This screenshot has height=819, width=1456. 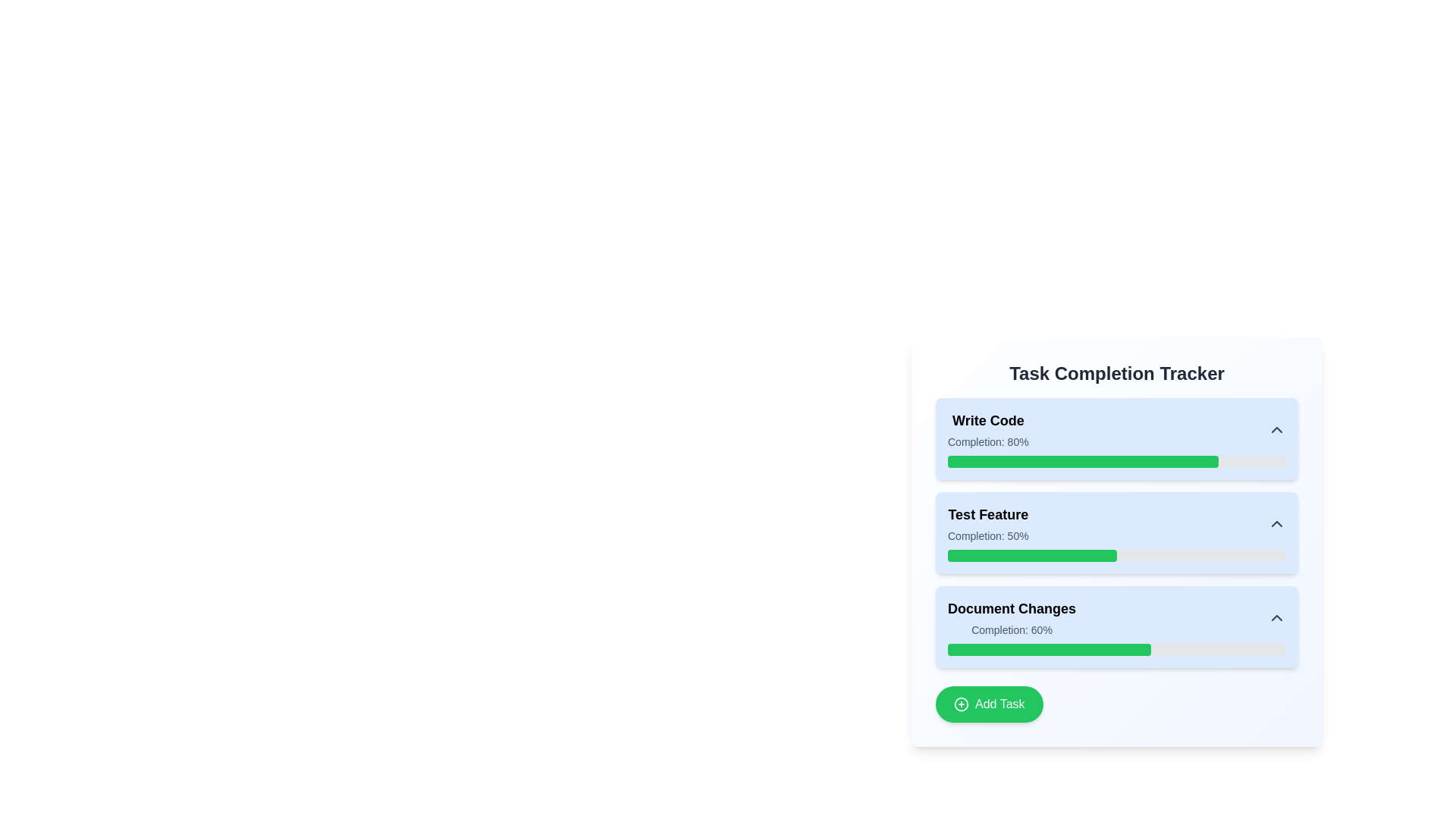 I want to click on the Text label that displays the progress completion percentage for the 'Write Code' task, which is located directly below the title 'Write Code' and is horizontally centered within the 'Task Completion Tracker' block, so click(x=988, y=441).